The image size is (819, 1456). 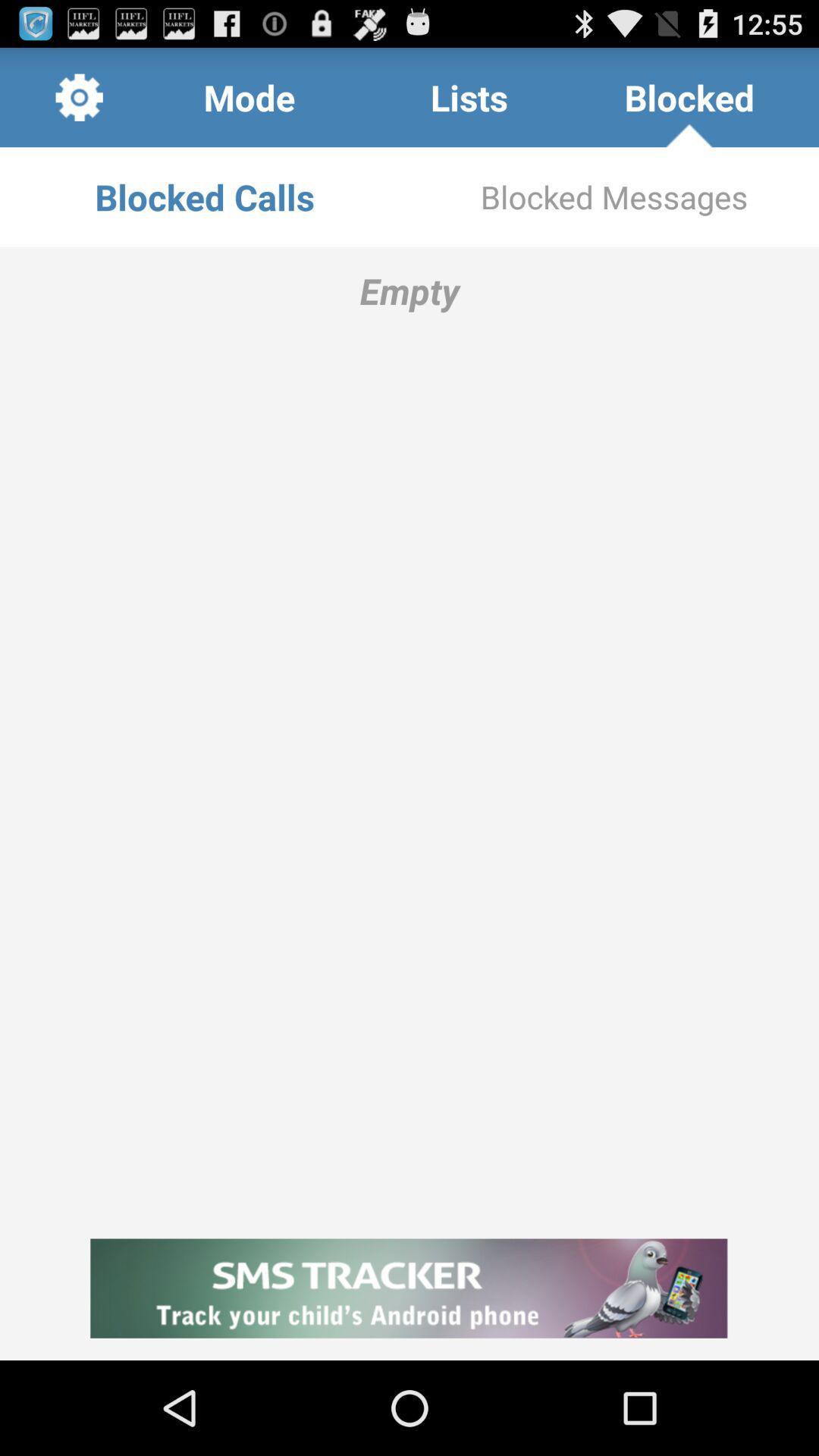 What do you see at coordinates (469, 96) in the screenshot?
I see `the item to the left of blocked item` at bounding box center [469, 96].